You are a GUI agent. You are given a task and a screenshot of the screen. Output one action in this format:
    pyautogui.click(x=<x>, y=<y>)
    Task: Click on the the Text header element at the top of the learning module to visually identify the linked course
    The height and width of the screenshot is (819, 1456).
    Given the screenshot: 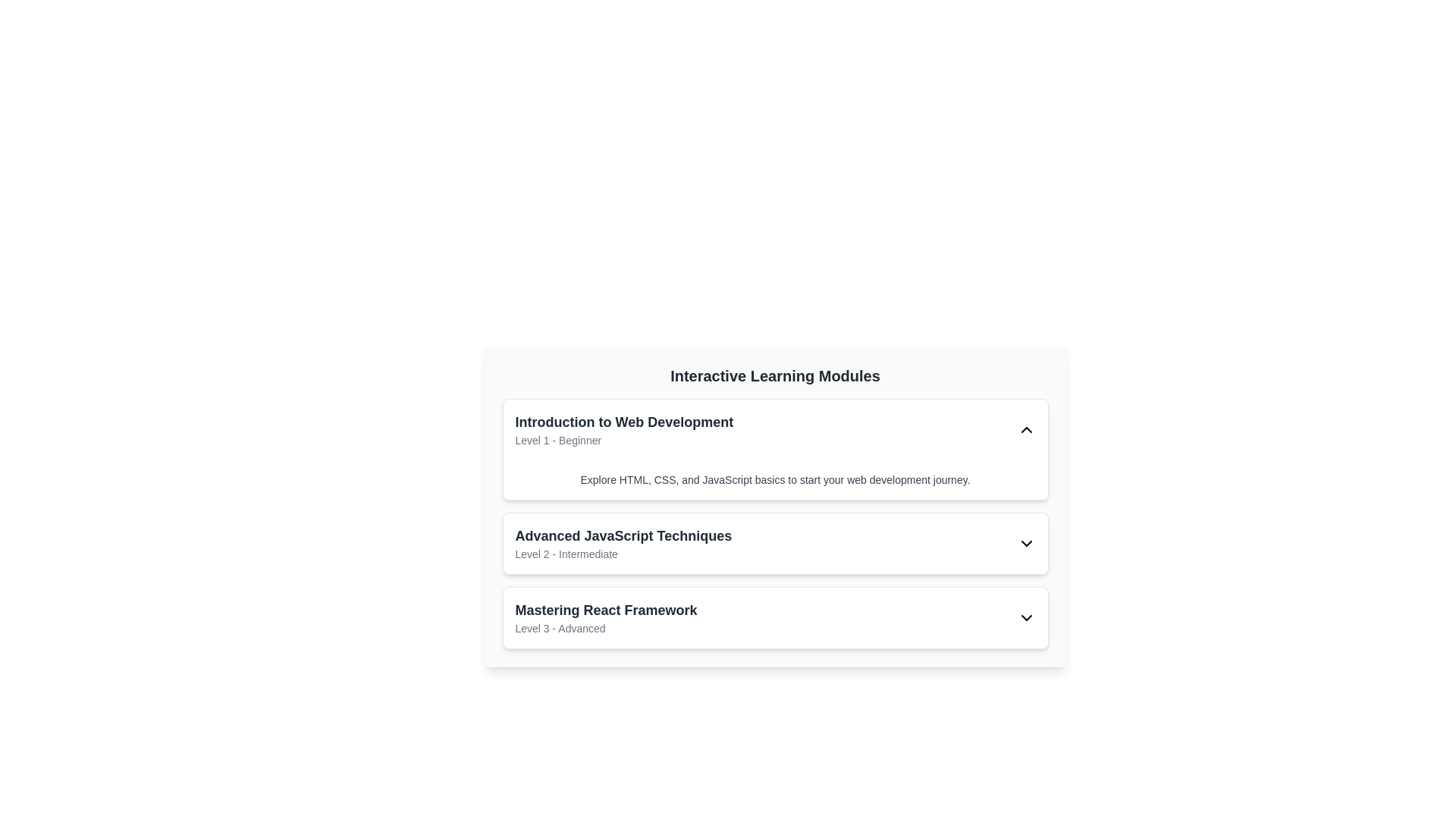 What is the action you would take?
    pyautogui.click(x=624, y=422)
    